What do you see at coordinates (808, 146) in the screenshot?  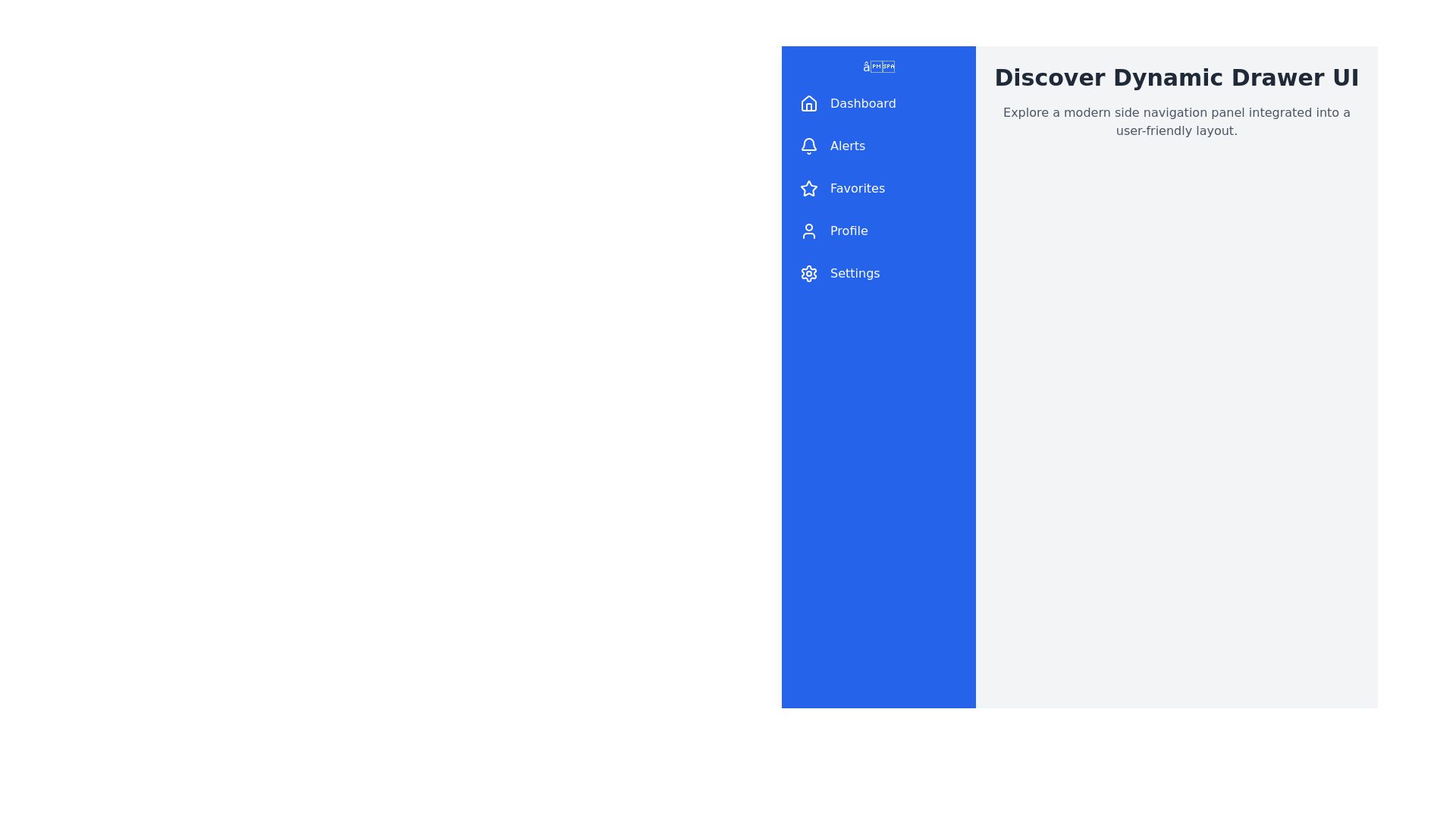 I see `the bell icon located in the left-side navigation bar, which is the second icon and labeled 'Alerts'` at bounding box center [808, 146].